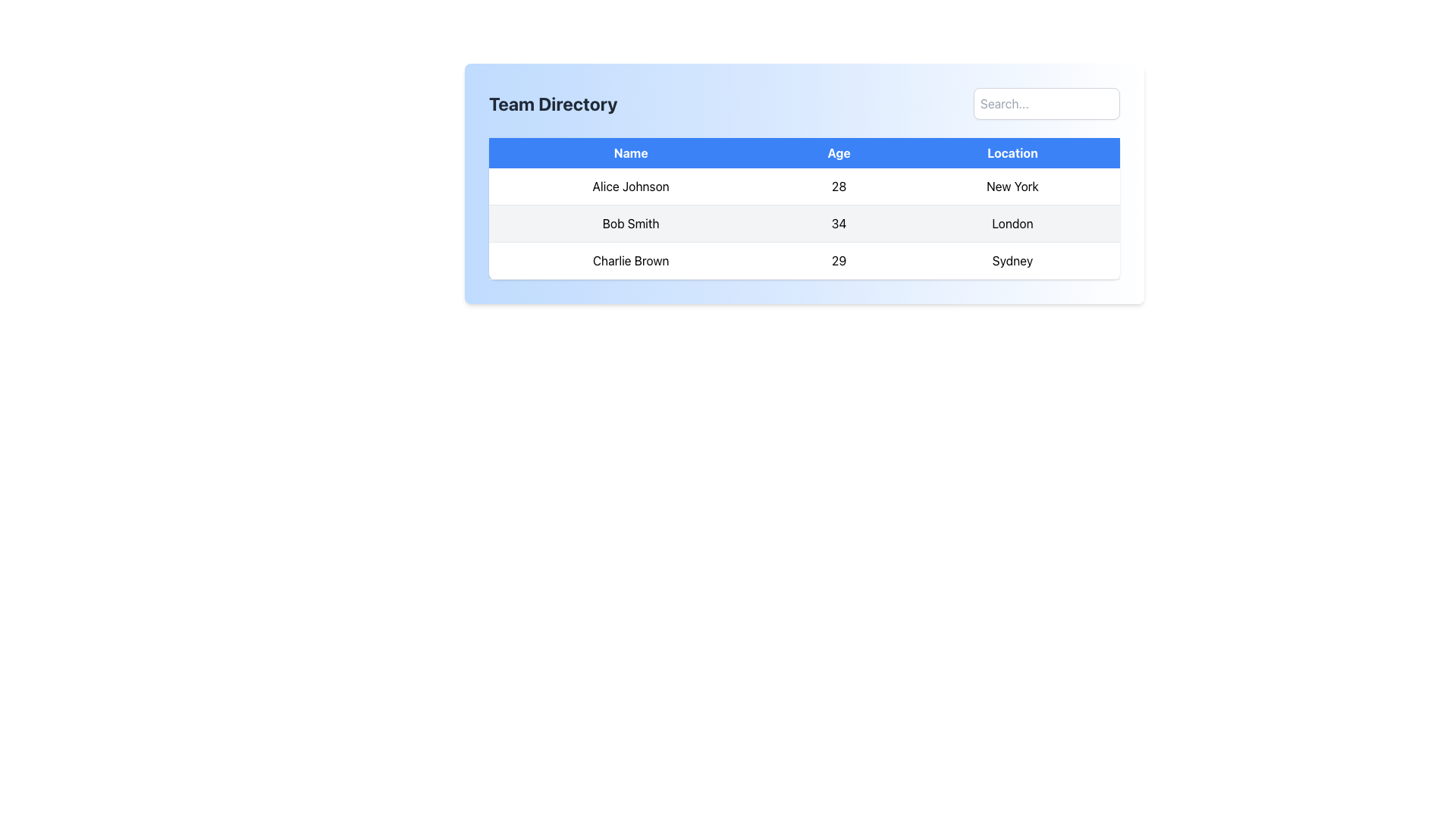 The image size is (1456, 819). What do you see at coordinates (630, 259) in the screenshot?
I see `to select the Text label displaying 'Charlie Brown' in the first cell of the third row of the table under the 'Name' header` at bounding box center [630, 259].